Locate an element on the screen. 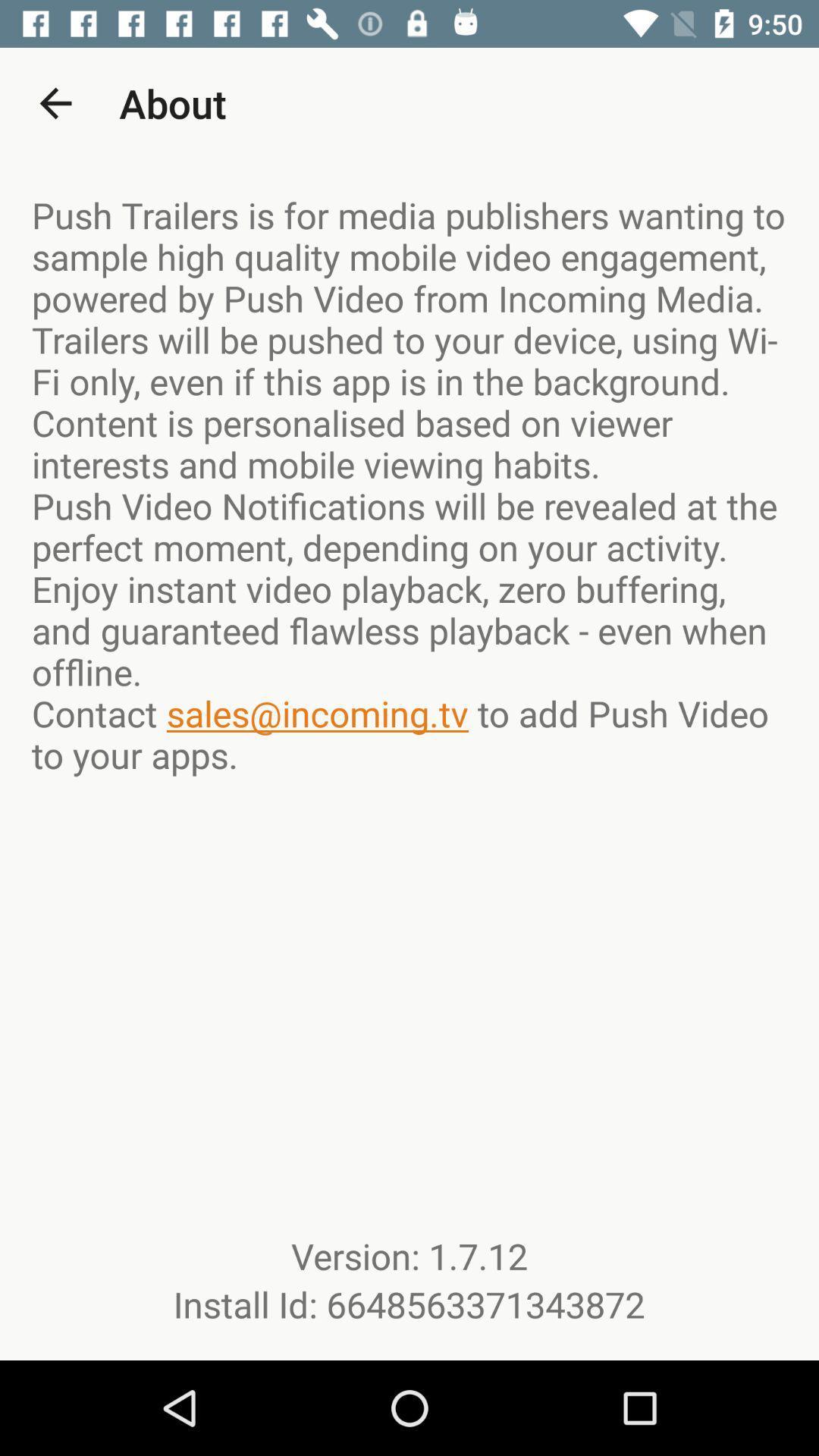  the icon above the push trailers is icon is located at coordinates (55, 102).